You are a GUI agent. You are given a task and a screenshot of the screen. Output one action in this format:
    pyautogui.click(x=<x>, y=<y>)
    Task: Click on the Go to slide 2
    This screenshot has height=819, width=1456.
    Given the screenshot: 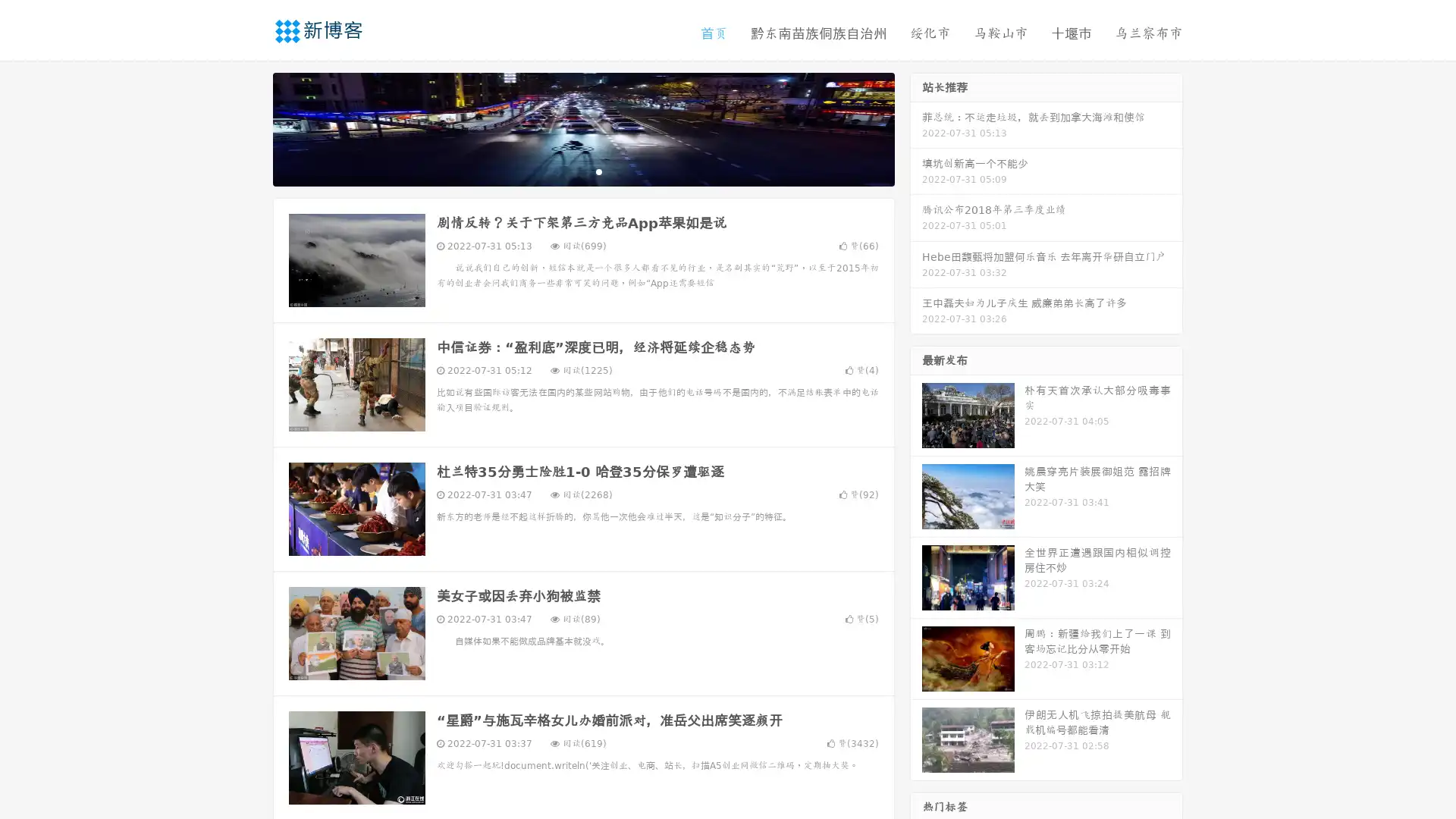 What is the action you would take?
    pyautogui.click(x=582, y=171)
    